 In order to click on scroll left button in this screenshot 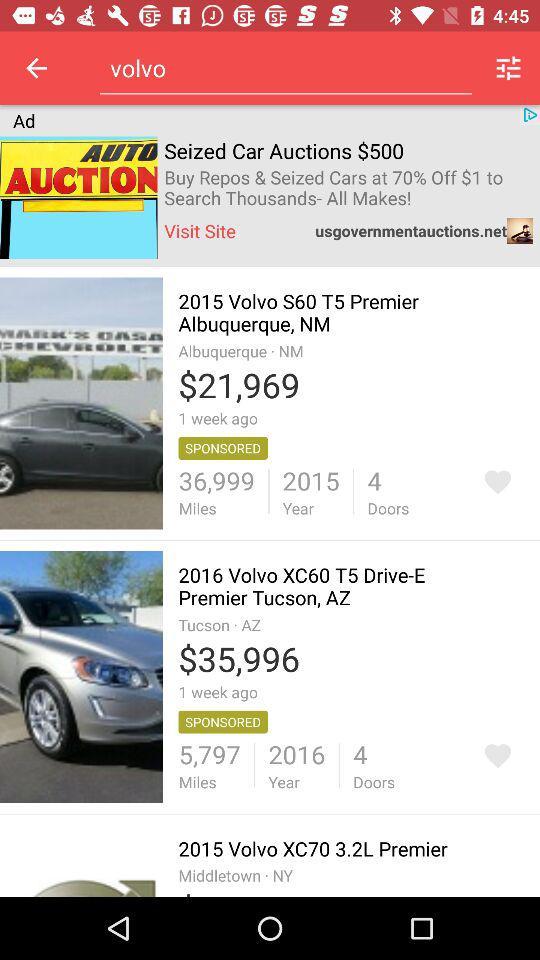, I will do `click(36, 68)`.